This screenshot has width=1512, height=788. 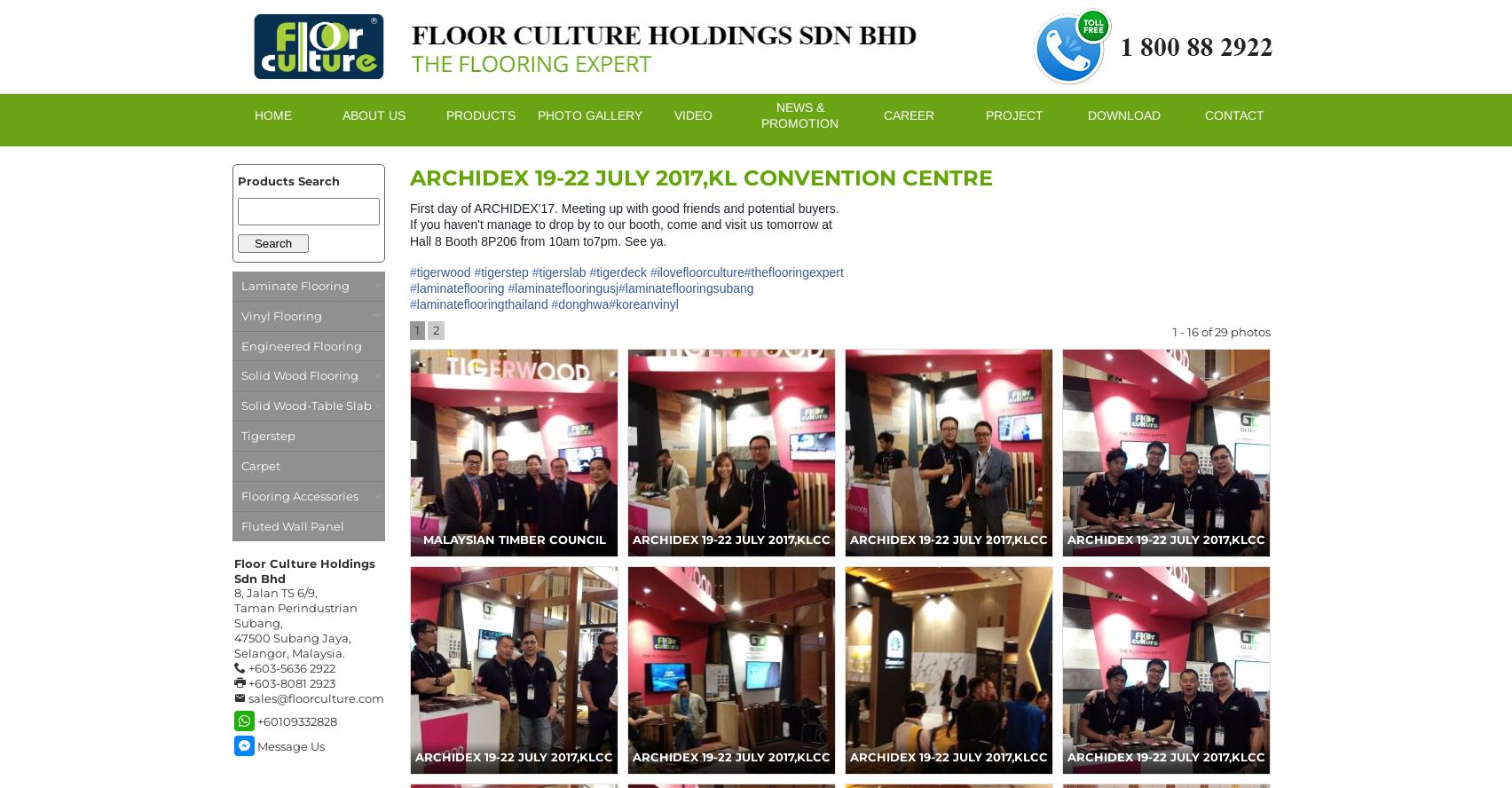 I want to click on 'tigerdeck', so click(x=595, y=271).